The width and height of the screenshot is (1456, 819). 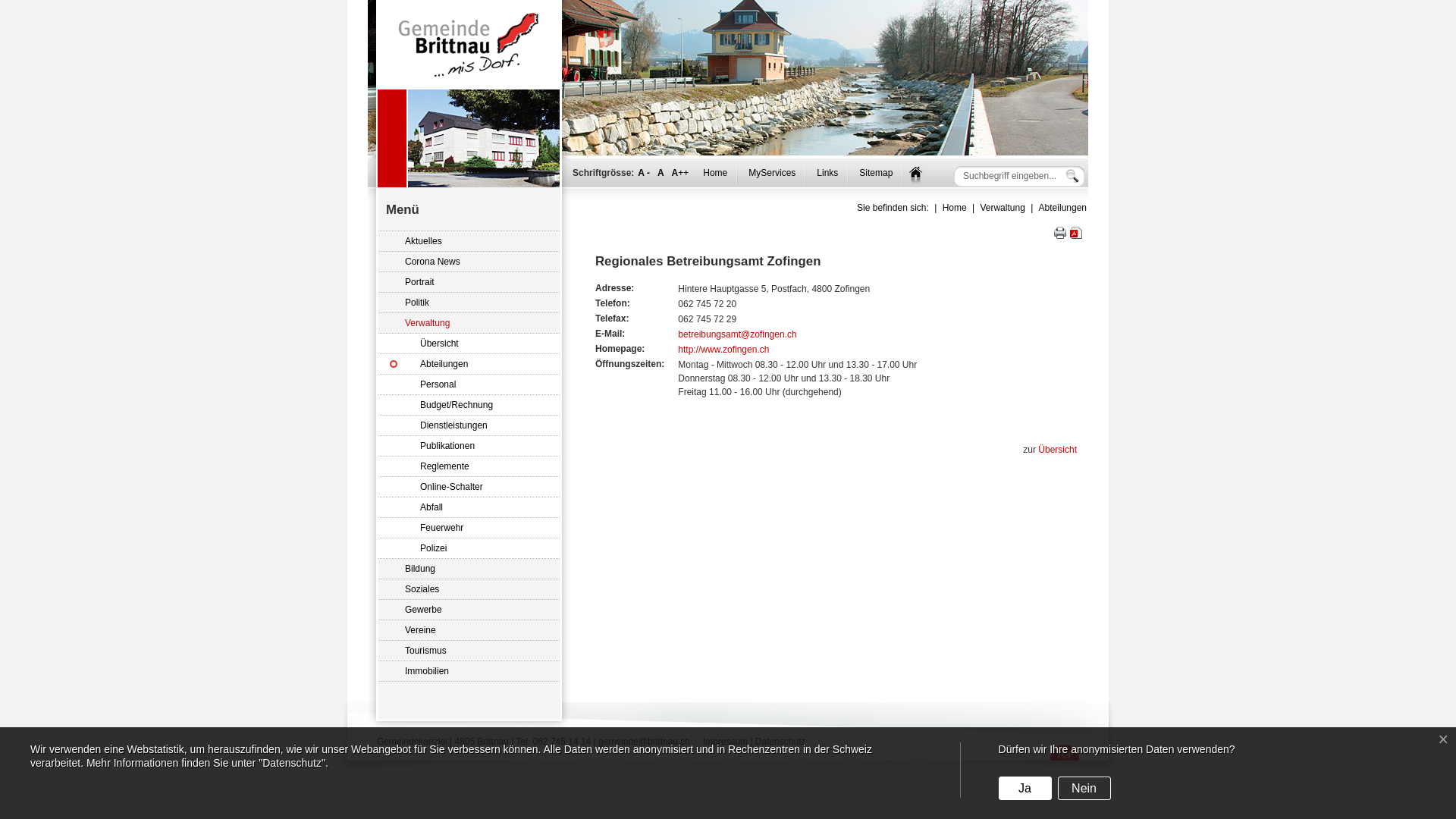 I want to click on 'Sitemap', so click(x=876, y=171).